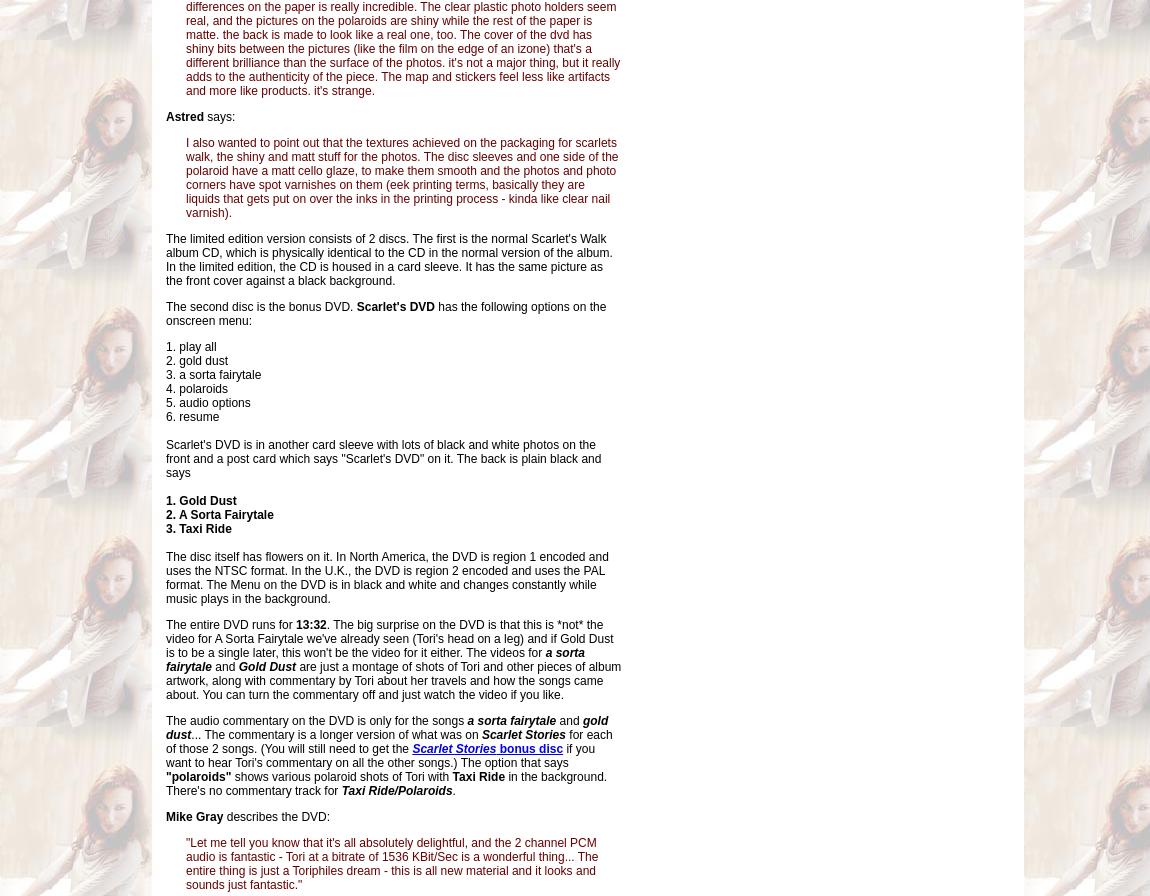  I want to click on 'The audio commentary on the DVD is only for the songs', so click(316, 721).